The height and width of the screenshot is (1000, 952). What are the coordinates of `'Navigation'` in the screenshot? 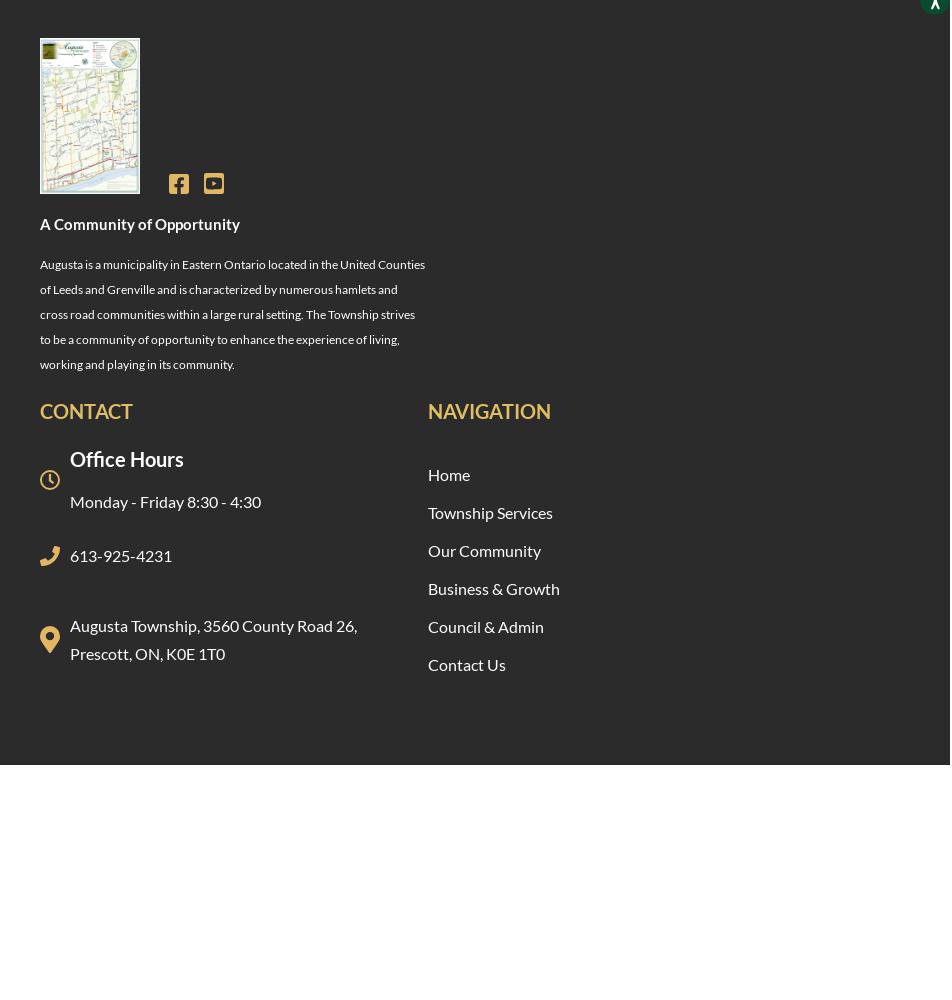 It's located at (488, 410).